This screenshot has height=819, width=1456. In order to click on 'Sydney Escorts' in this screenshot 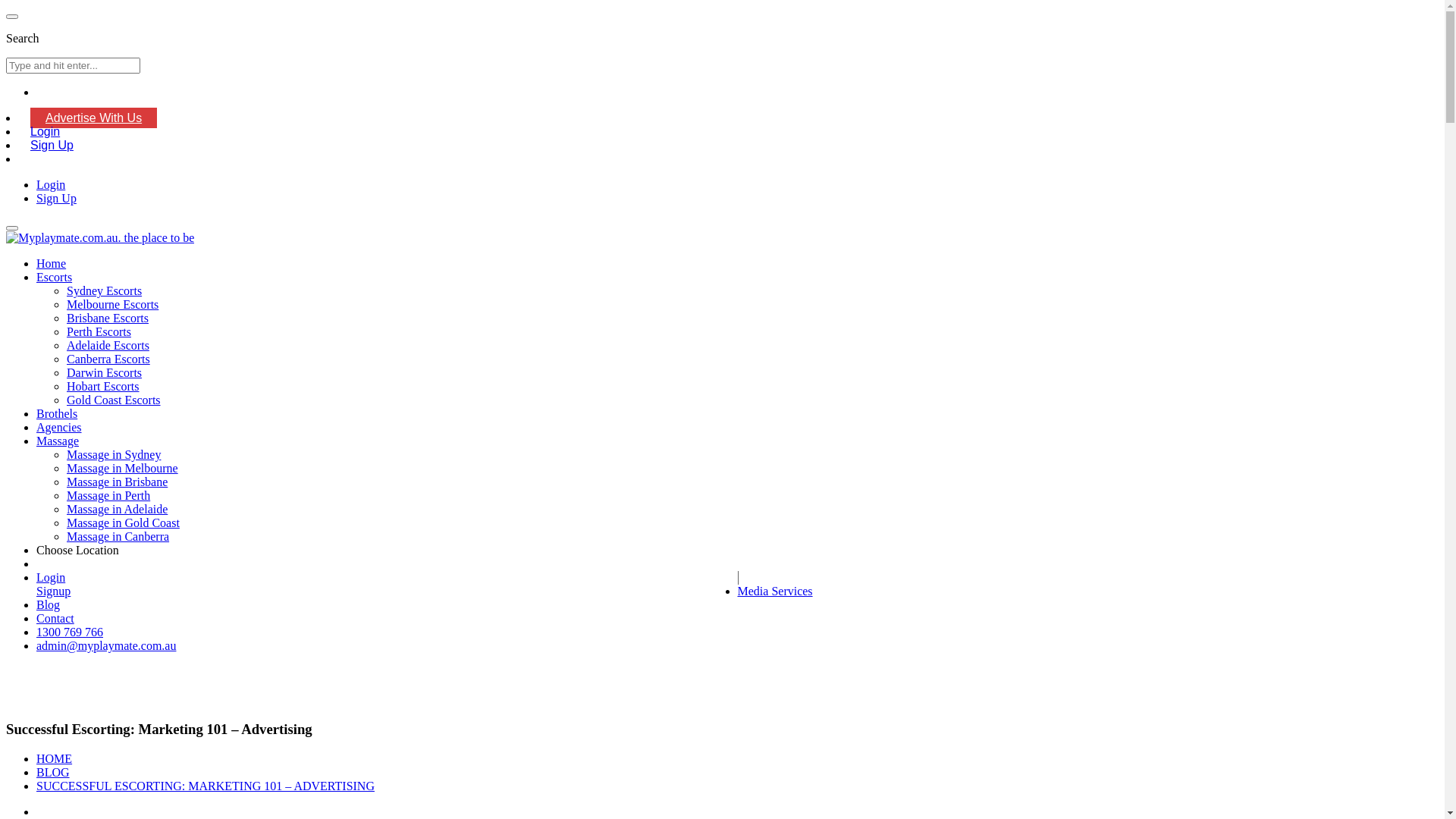, I will do `click(103, 290)`.